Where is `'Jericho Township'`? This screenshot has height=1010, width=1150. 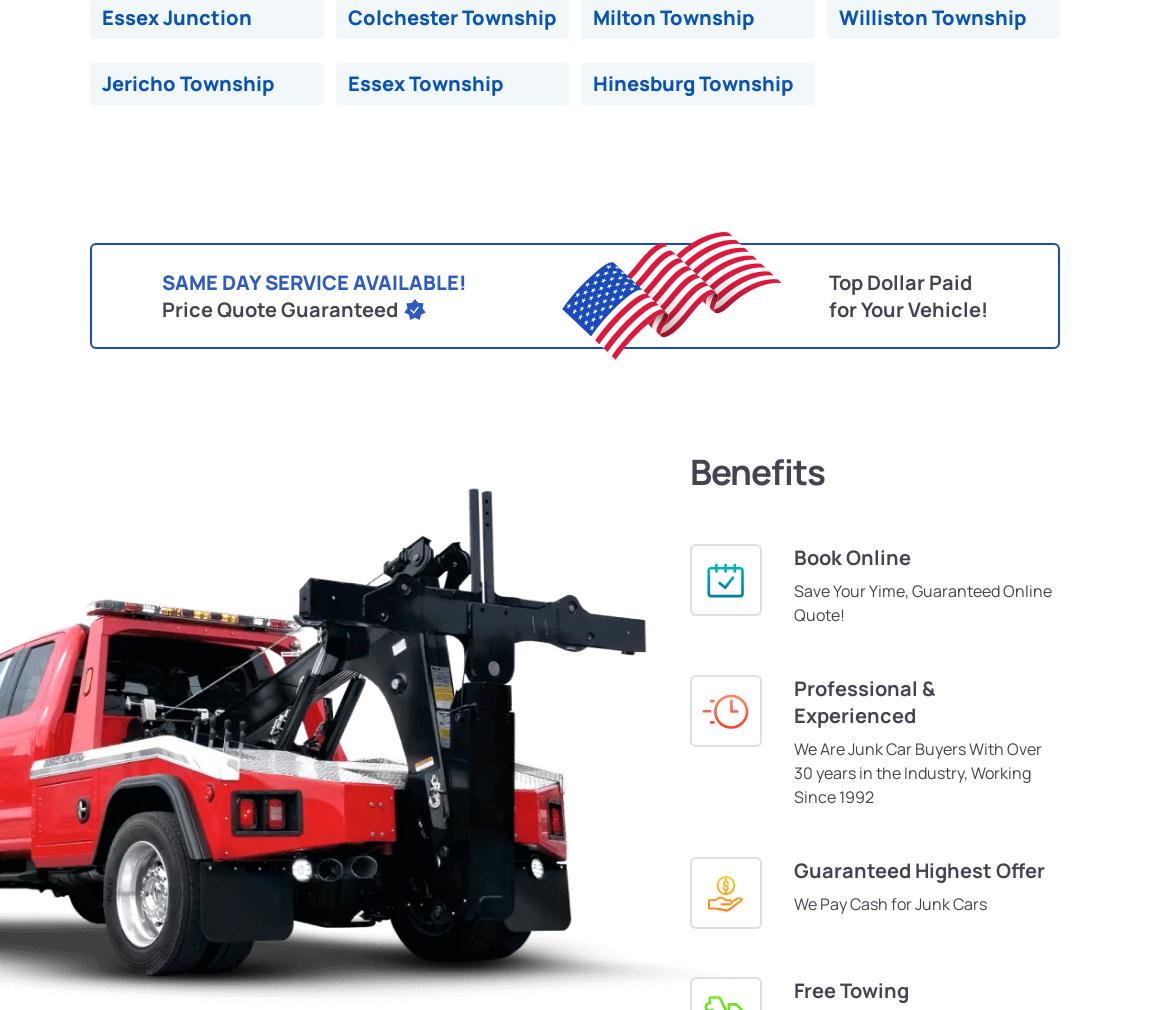 'Jericho Township' is located at coordinates (187, 82).